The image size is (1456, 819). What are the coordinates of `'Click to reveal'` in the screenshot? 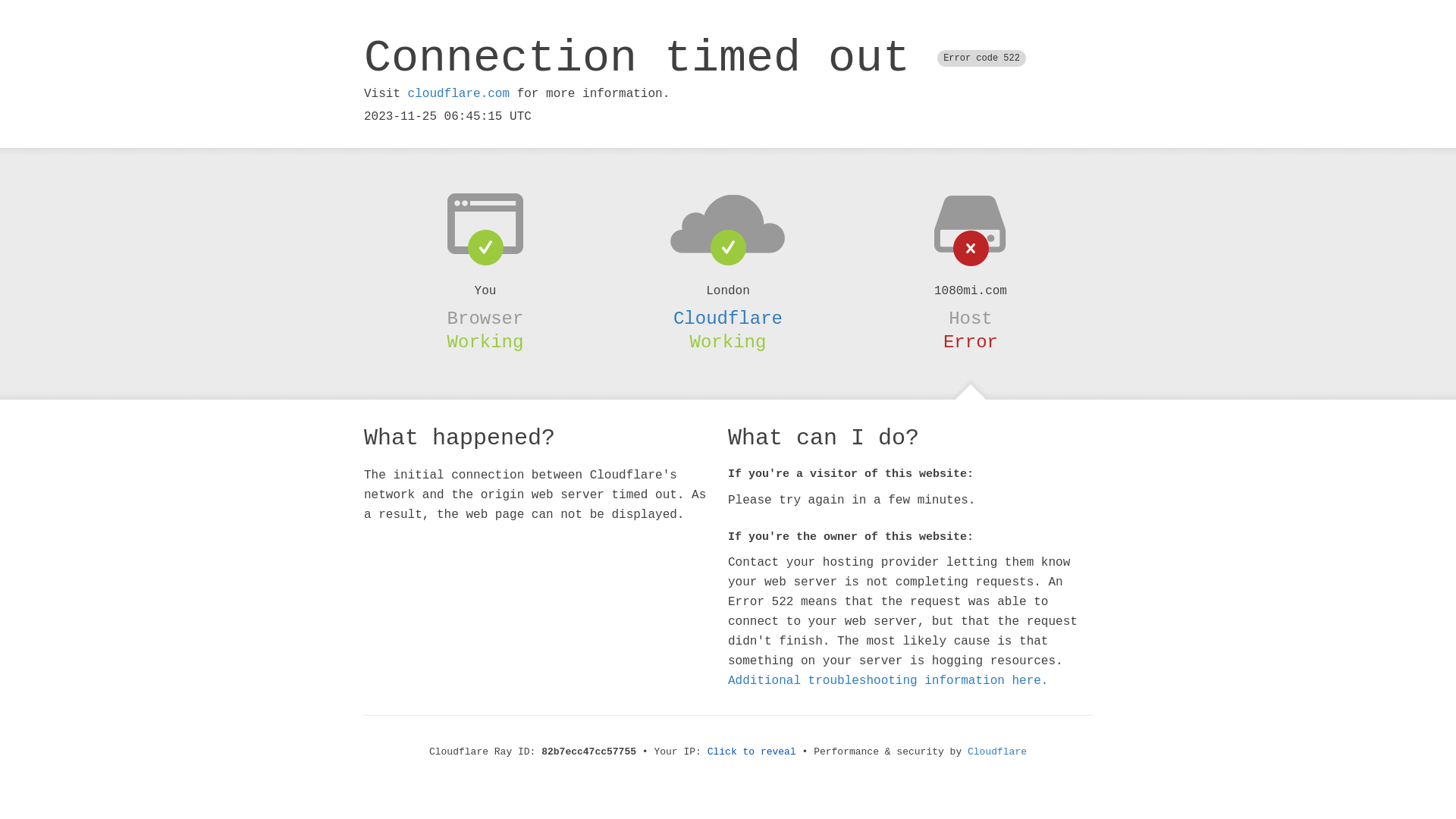 It's located at (752, 752).